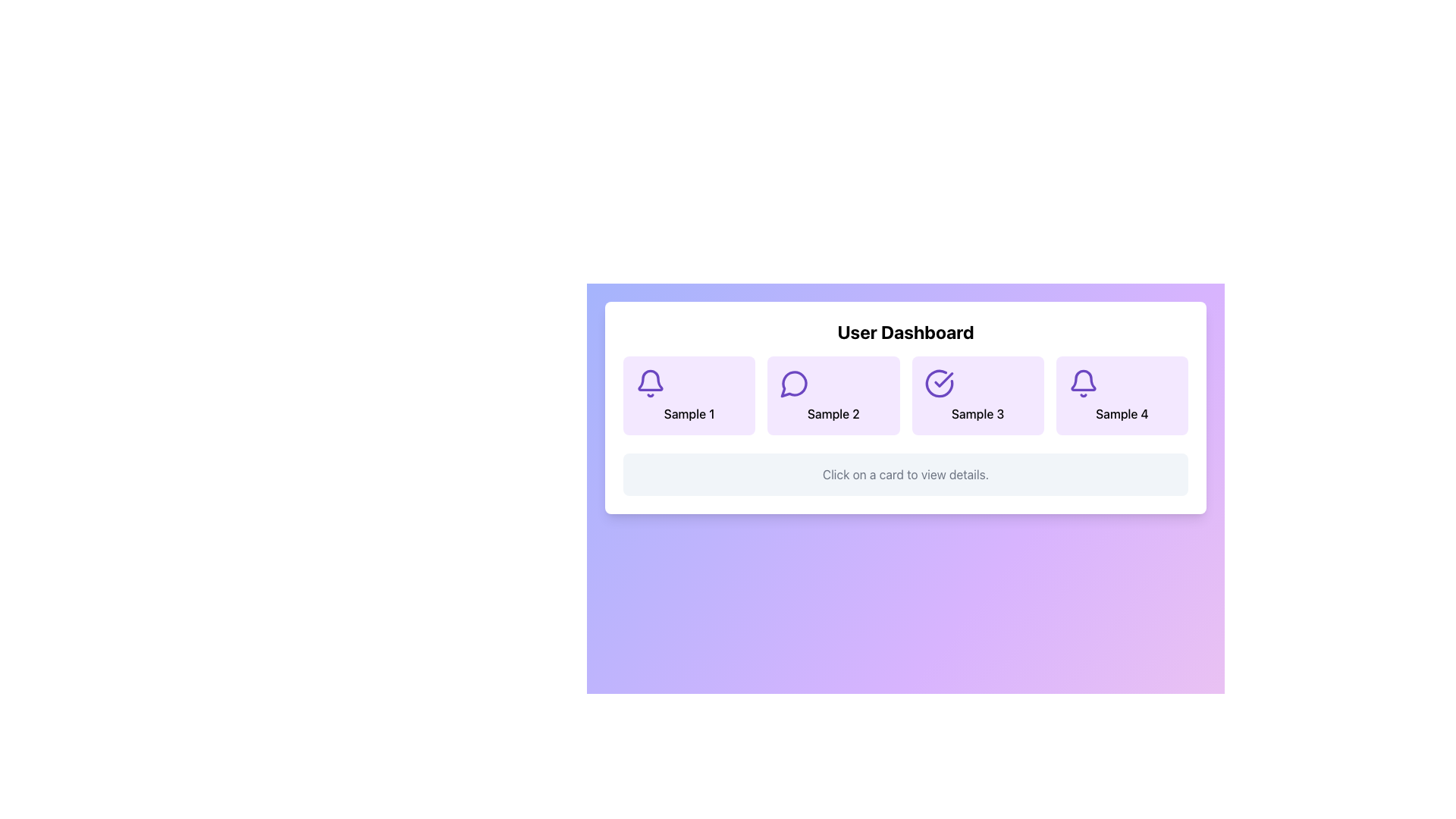 The height and width of the screenshot is (819, 1456). Describe the element at coordinates (938, 382) in the screenshot. I see `the circular icon with a checkmark inside, located in the 'Sample 3' card` at that location.